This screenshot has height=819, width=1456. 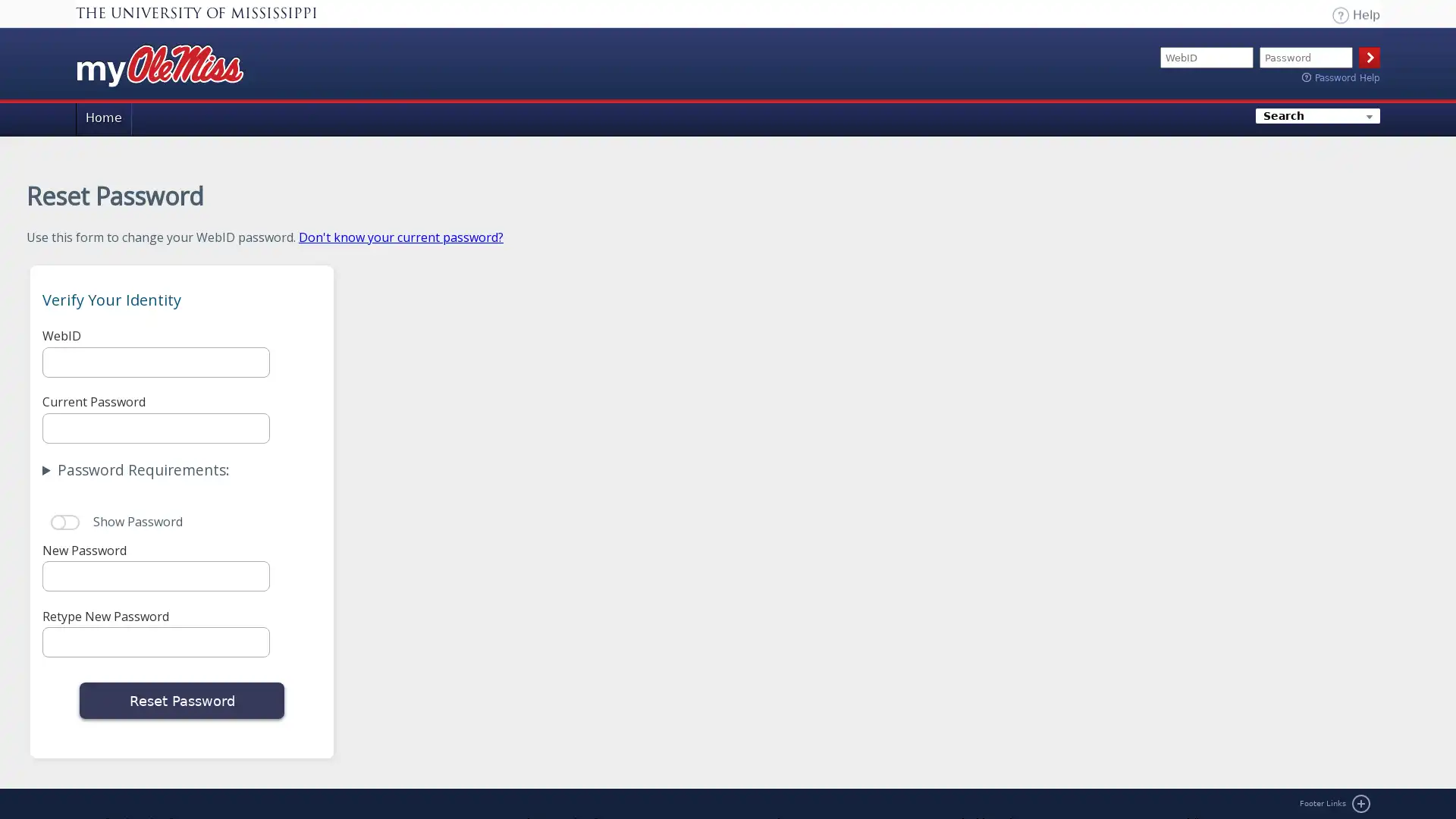 I want to click on Log In, so click(x=1369, y=57).